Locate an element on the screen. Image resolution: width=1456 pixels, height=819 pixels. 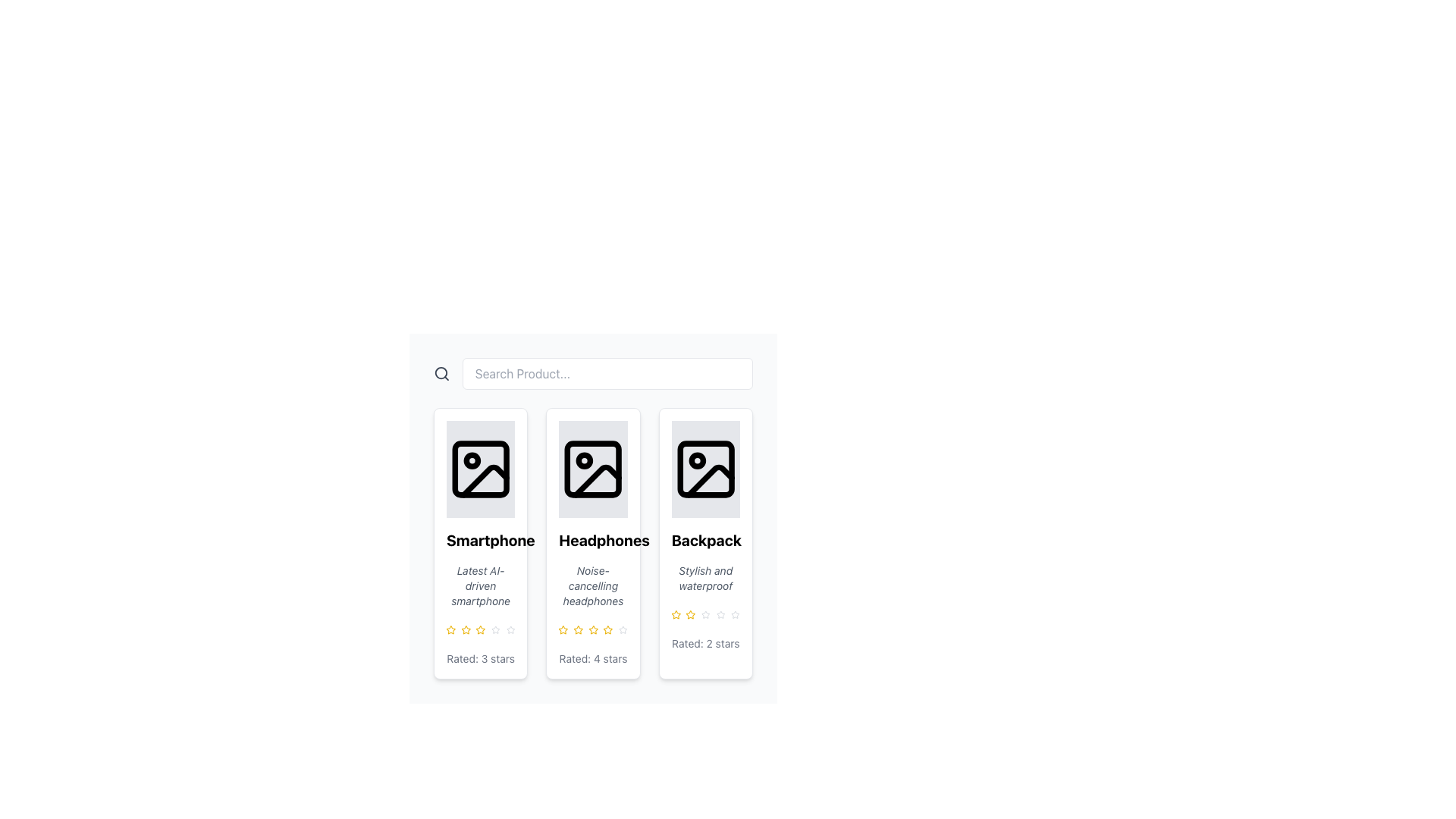
the fourth star icon in the rating stars for the product 'Headphones' is located at coordinates (608, 629).